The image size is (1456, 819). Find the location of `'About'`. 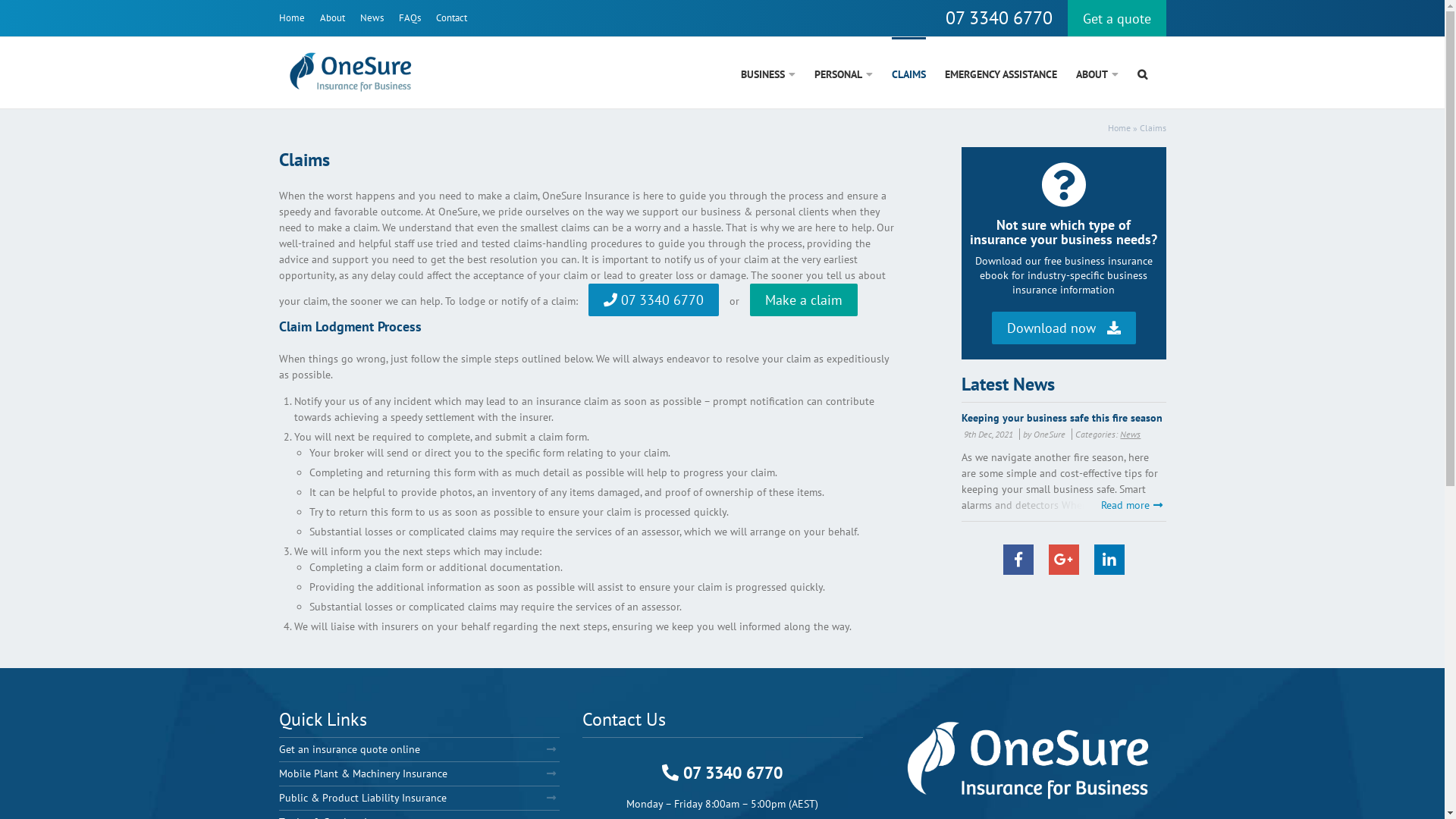

'About' is located at coordinates (331, 17).